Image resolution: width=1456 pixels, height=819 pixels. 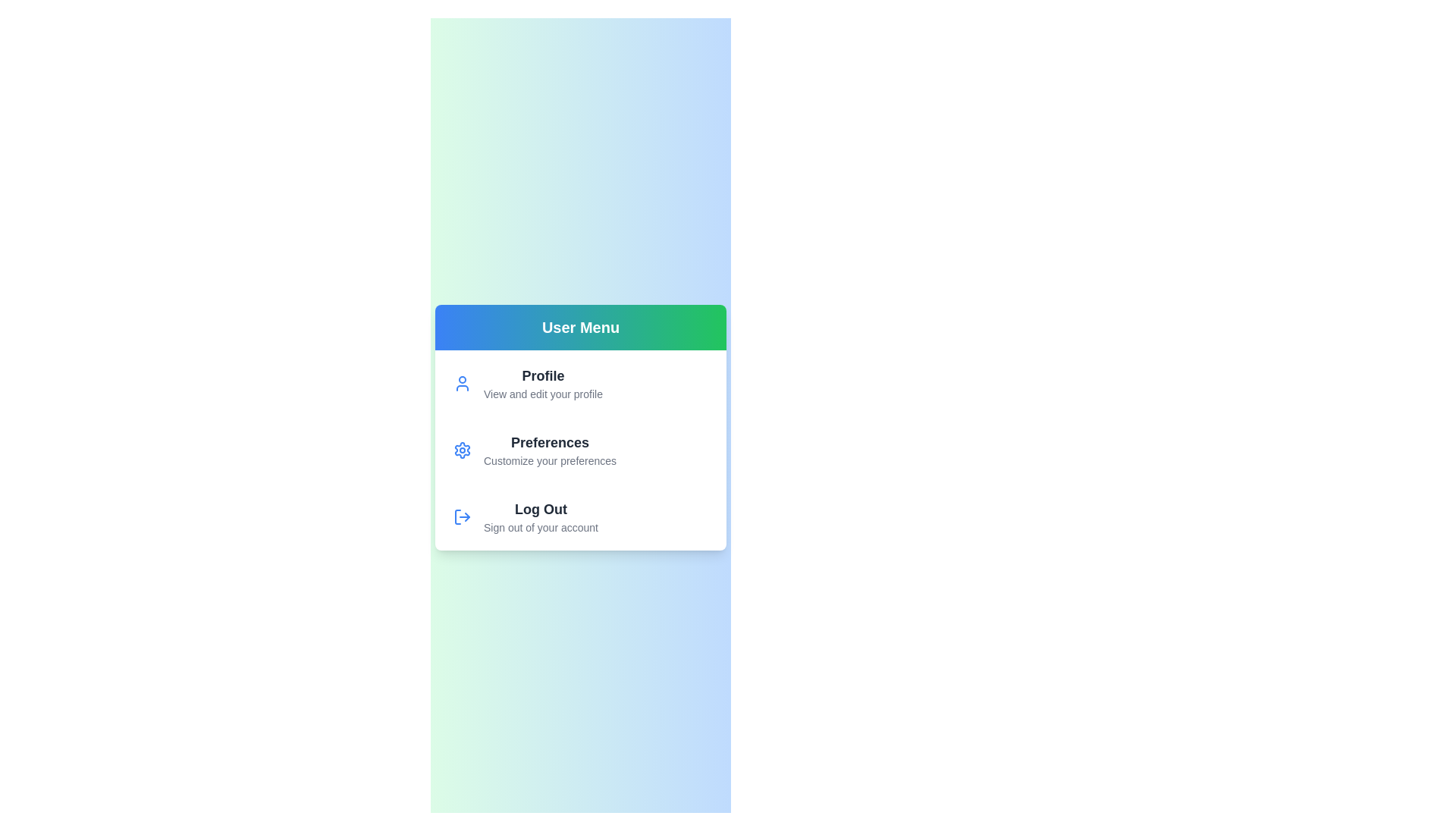 I want to click on the menu option Preferences to reveal its hover effect, so click(x=542, y=450).